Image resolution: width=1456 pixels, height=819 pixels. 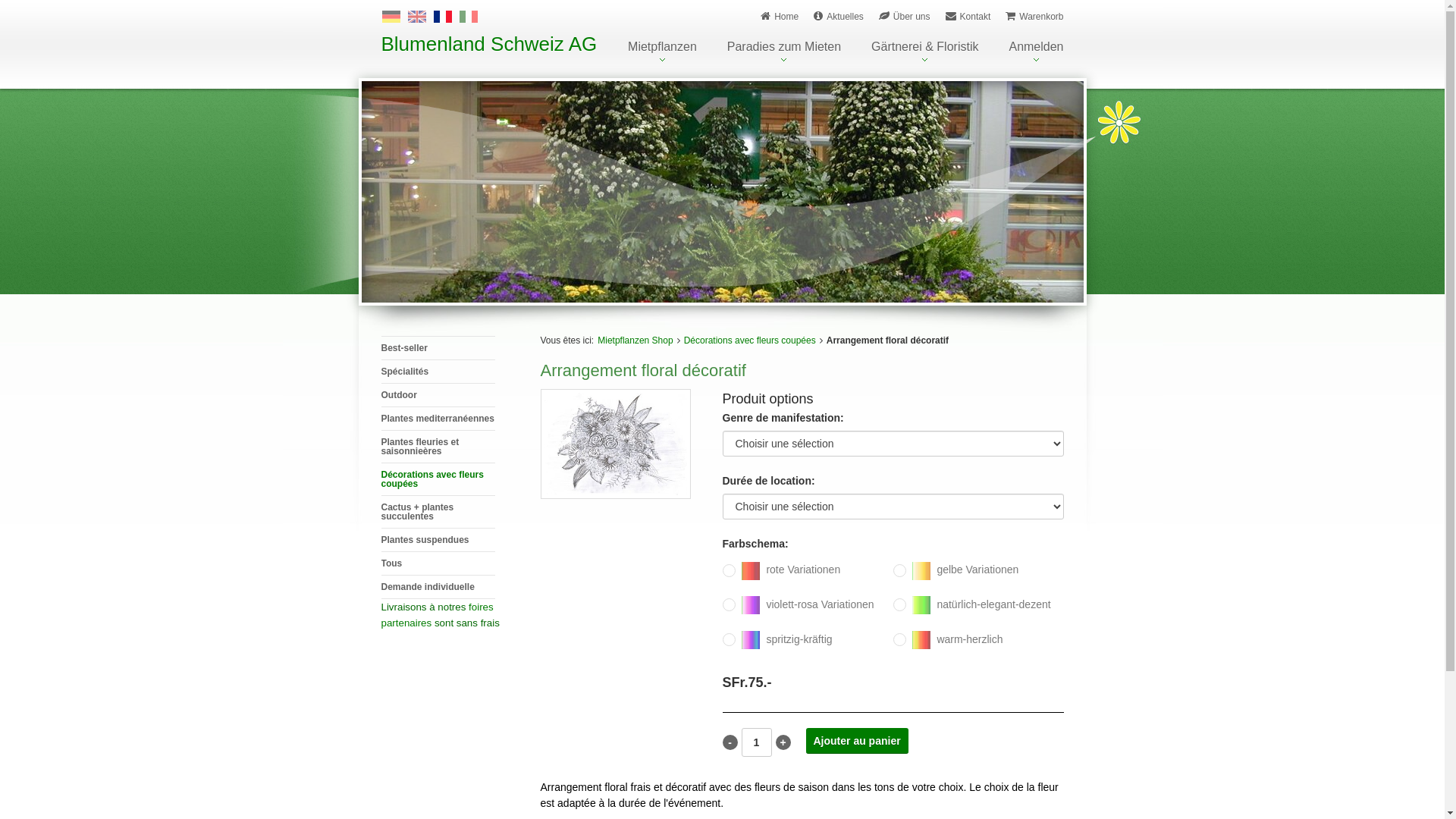 What do you see at coordinates (458, 17) in the screenshot?
I see `'Italiano'` at bounding box center [458, 17].